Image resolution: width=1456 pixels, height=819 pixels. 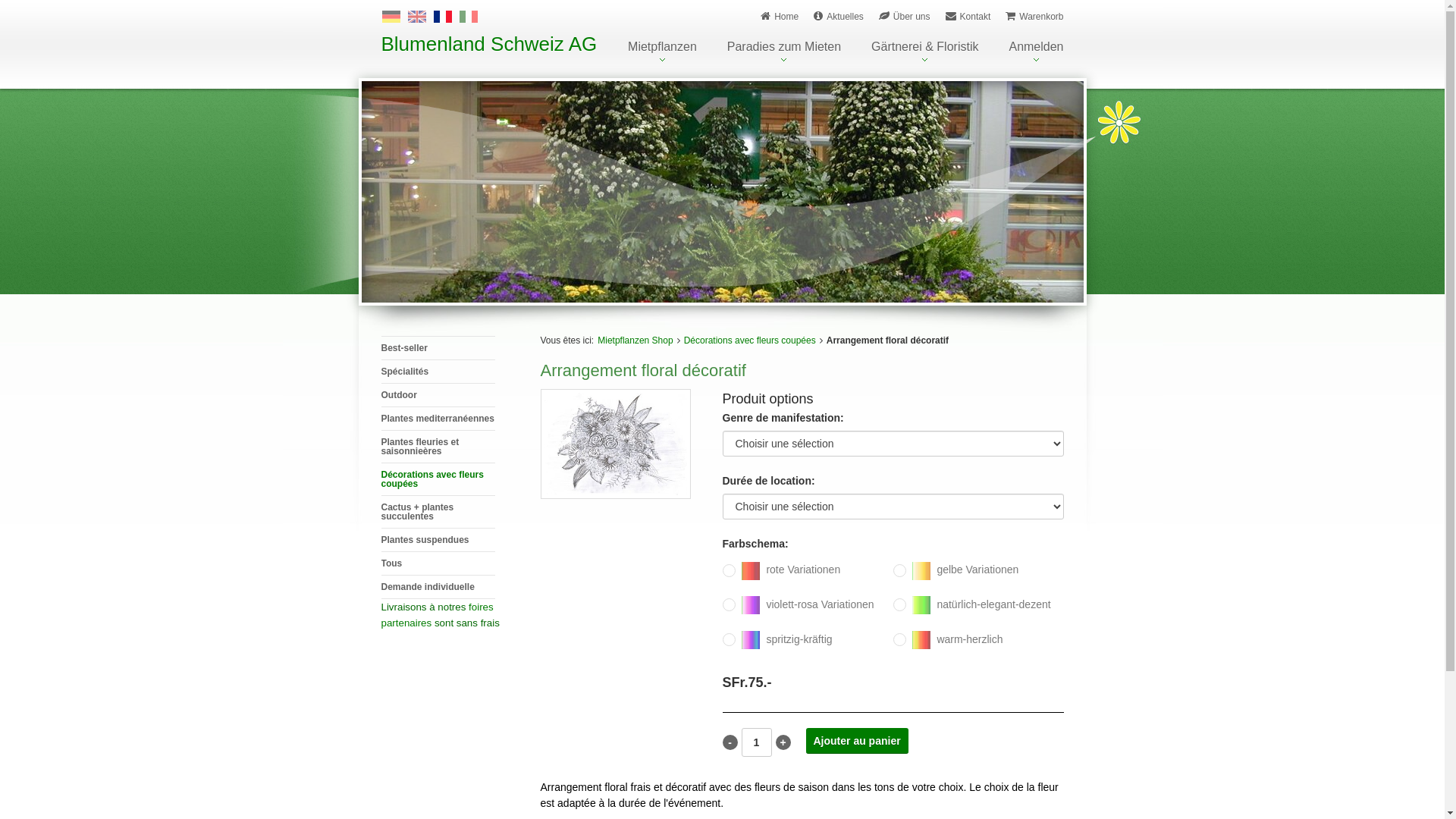 What do you see at coordinates (458, 17) in the screenshot?
I see `'Italiano'` at bounding box center [458, 17].